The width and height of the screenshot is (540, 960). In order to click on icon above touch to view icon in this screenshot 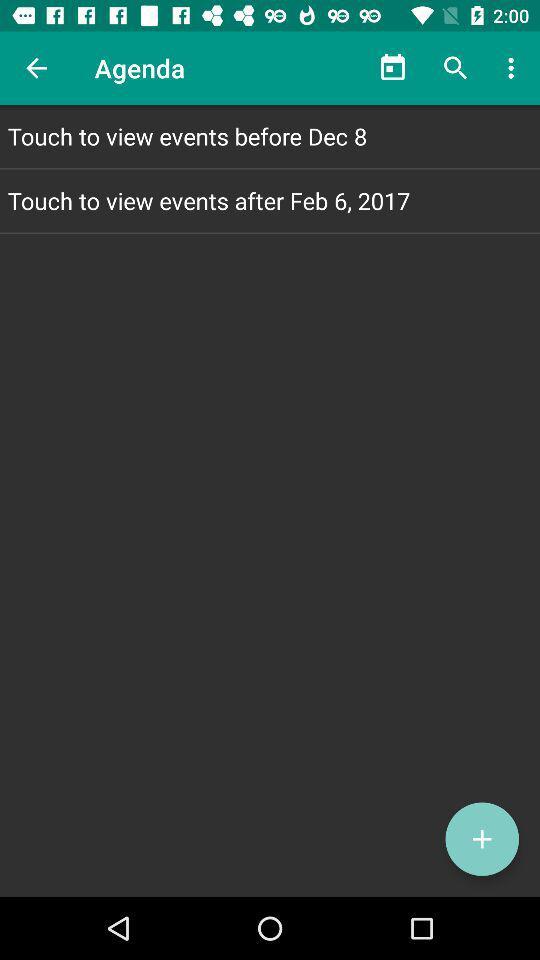, I will do `click(455, 68)`.